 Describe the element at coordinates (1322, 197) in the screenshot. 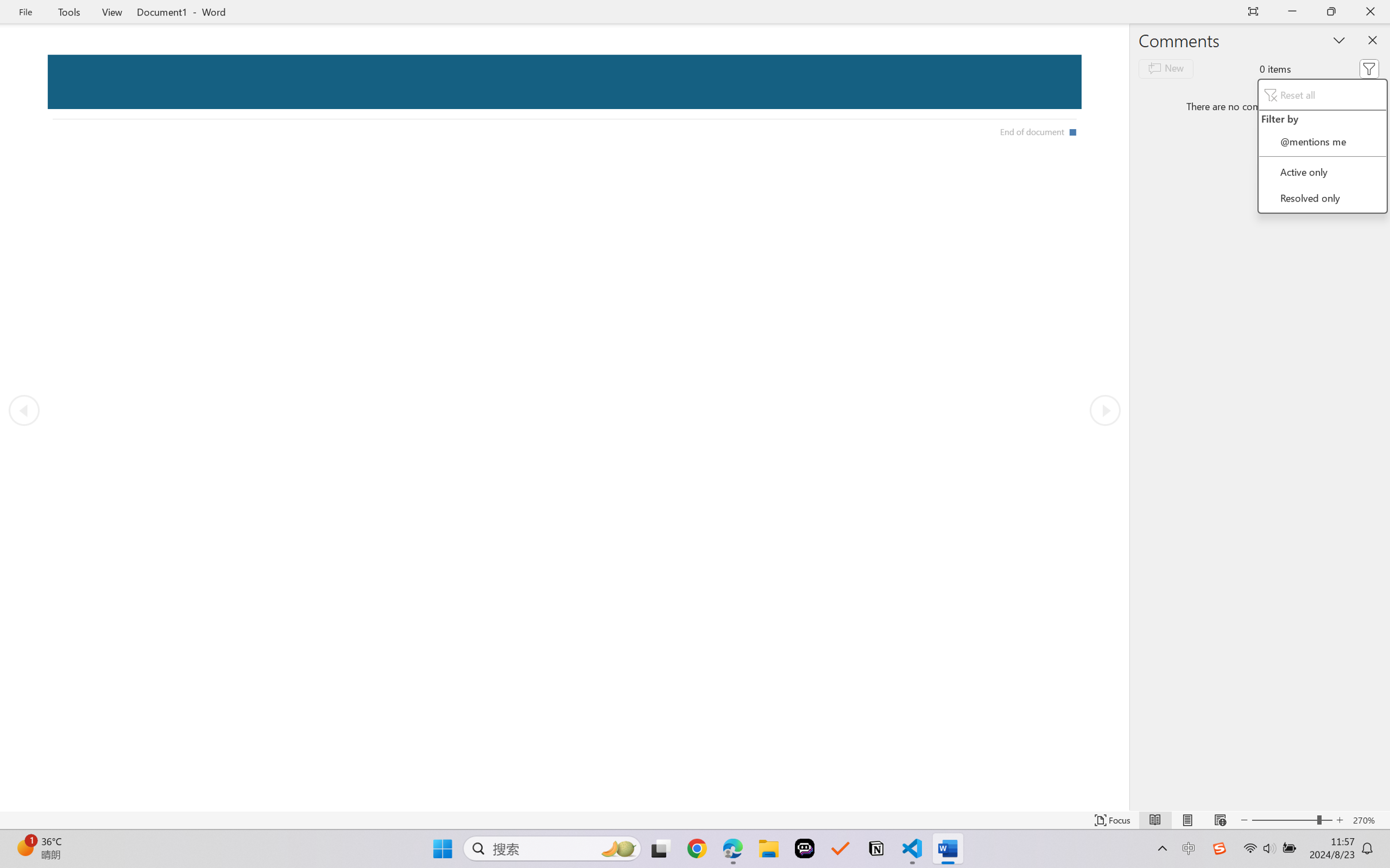

I see `'Resolved only'` at that location.